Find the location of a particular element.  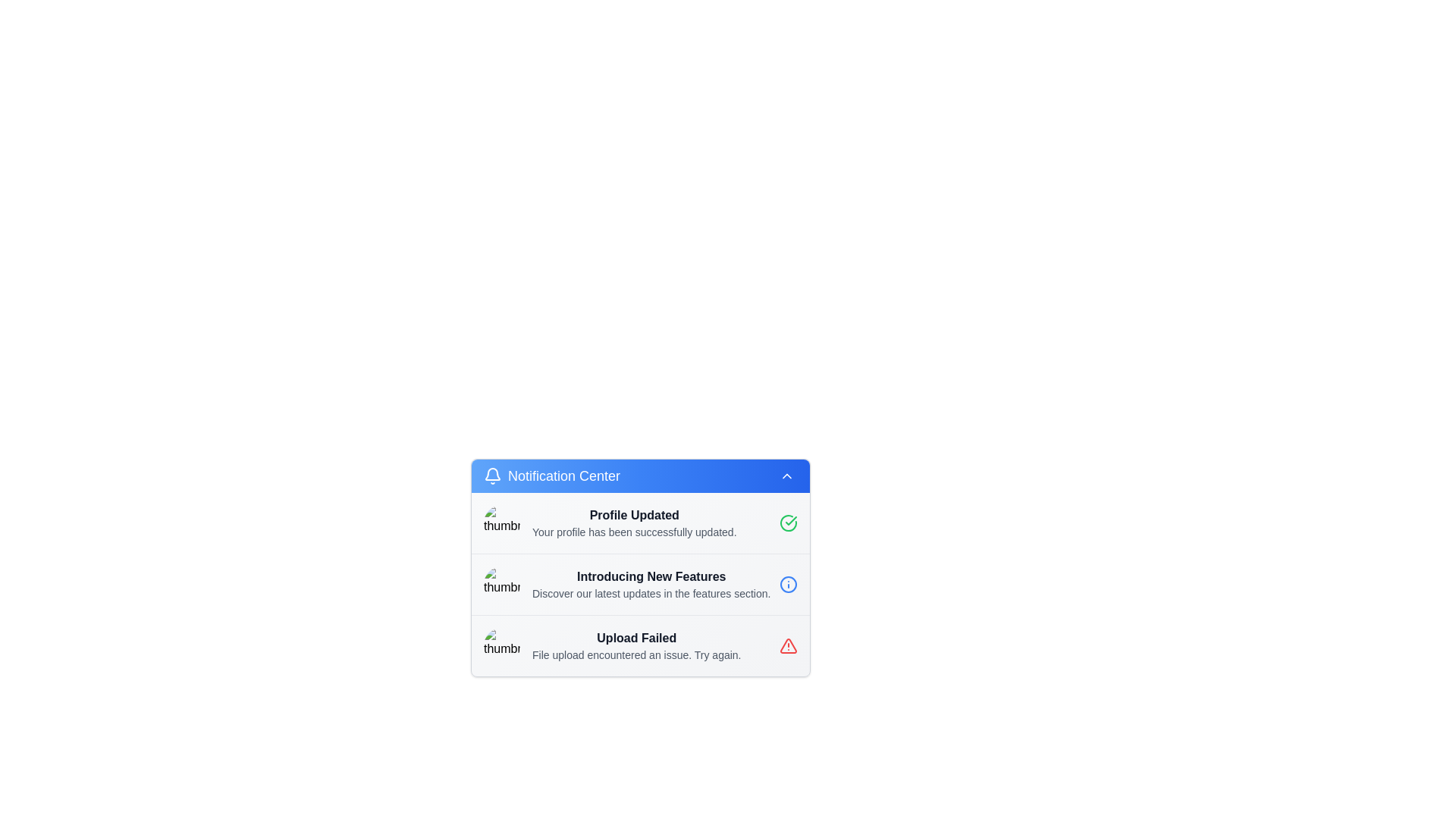

the central element of the bell-shaped notification icon located in the top-left section of the notification panel is located at coordinates (492, 473).